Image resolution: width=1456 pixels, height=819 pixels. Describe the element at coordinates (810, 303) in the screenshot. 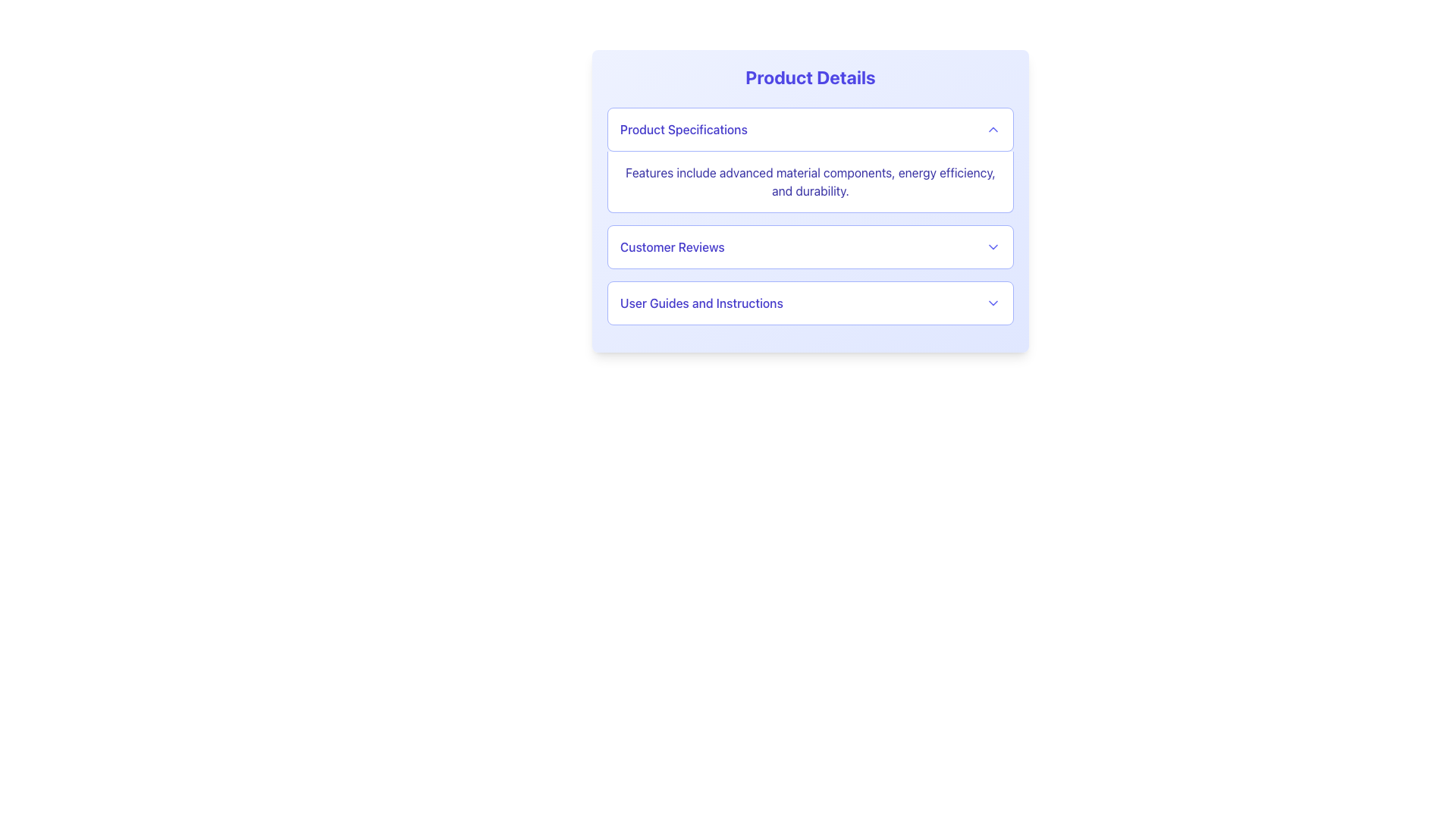

I see `the third Collapsible Button under the 'Product Details' section` at that location.